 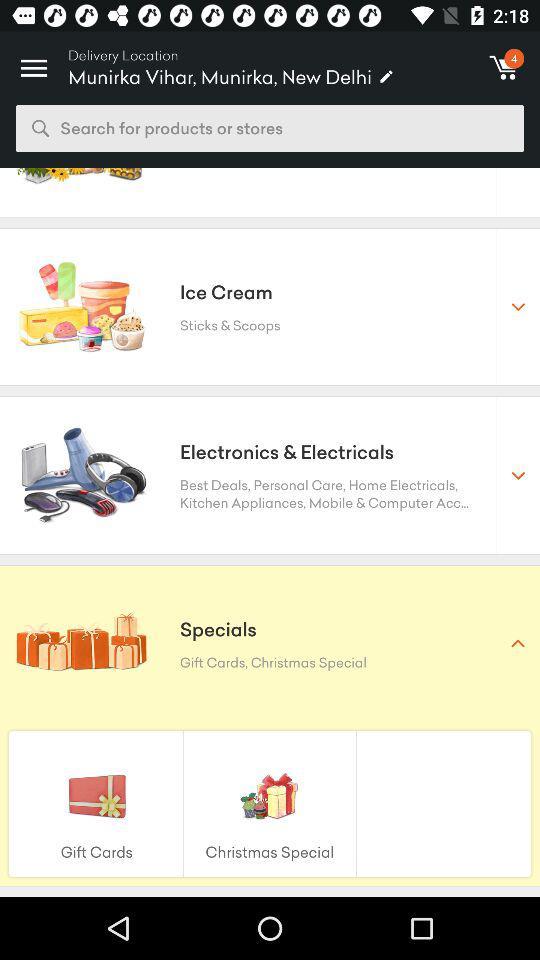 I want to click on the item to the left of the delivery location icon, so click(x=33, y=62).